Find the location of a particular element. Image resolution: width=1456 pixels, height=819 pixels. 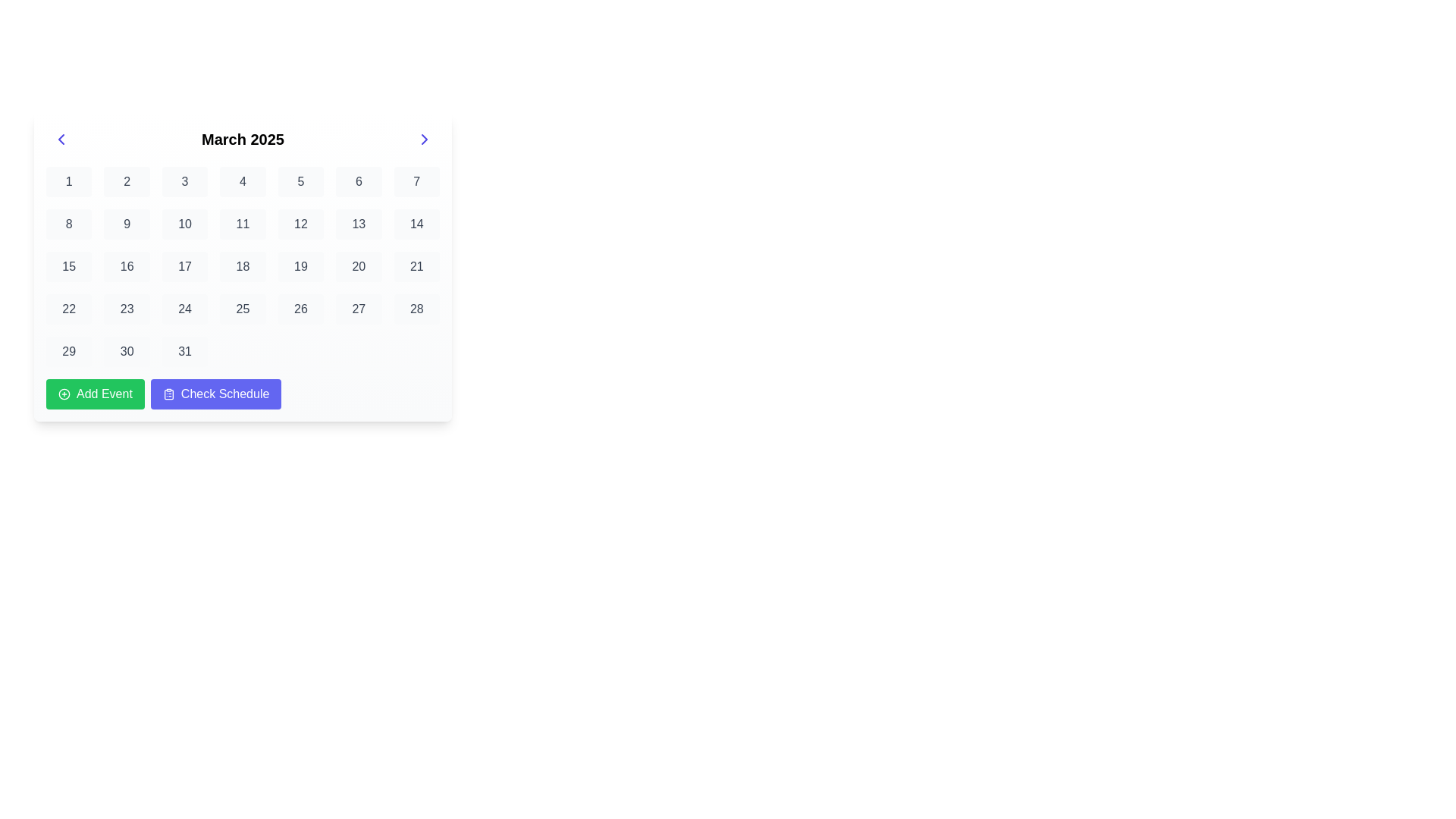

the calendar day button representing the third day of the month is located at coordinates (184, 180).